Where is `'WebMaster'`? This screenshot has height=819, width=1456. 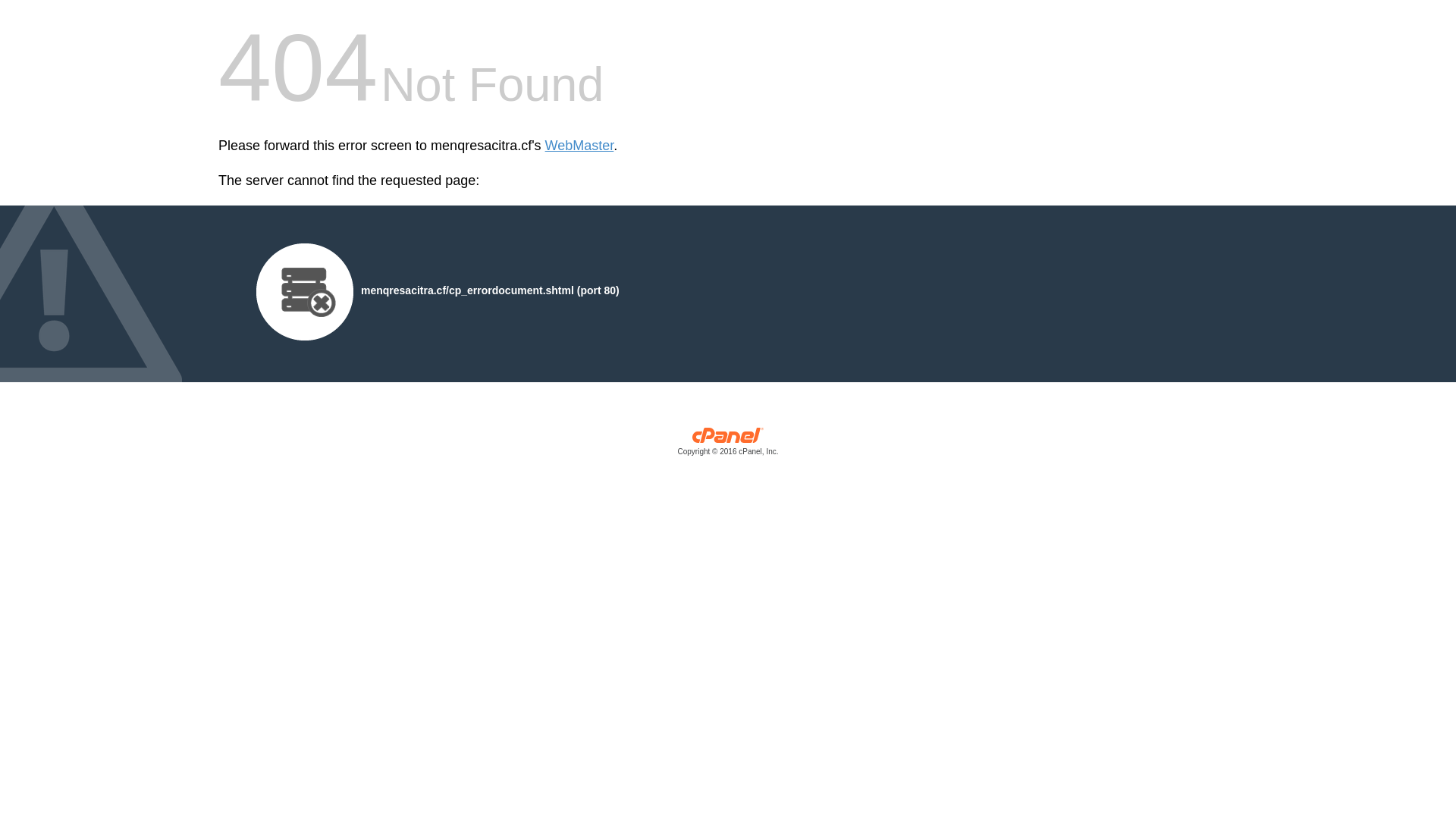
'WebMaster' is located at coordinates (579, 146).